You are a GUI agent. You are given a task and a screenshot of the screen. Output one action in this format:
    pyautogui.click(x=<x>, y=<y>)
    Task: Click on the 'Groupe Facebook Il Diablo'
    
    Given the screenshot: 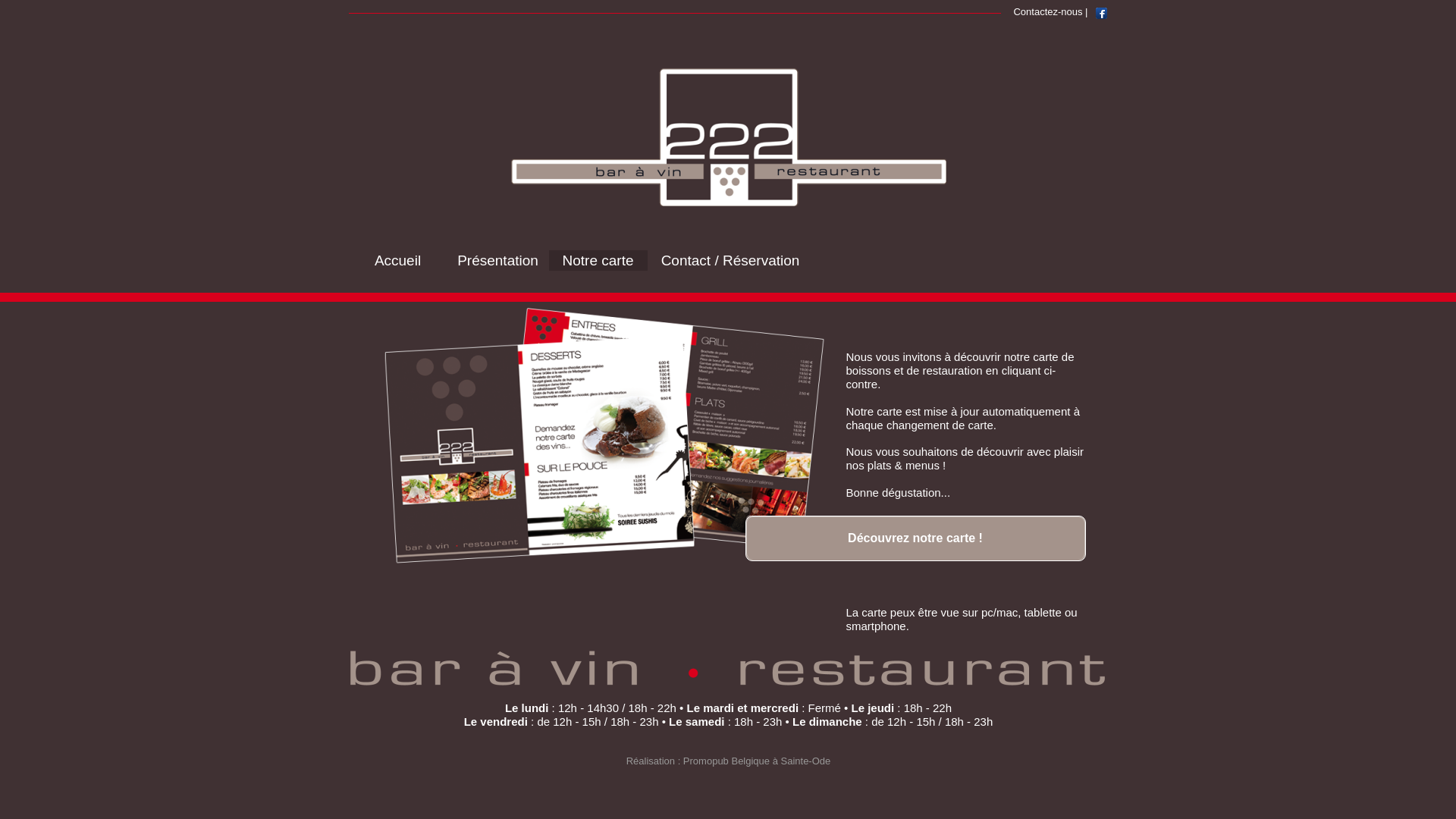 What is the action you would take?
    pyautogui.click(x=1100, y=13)
    